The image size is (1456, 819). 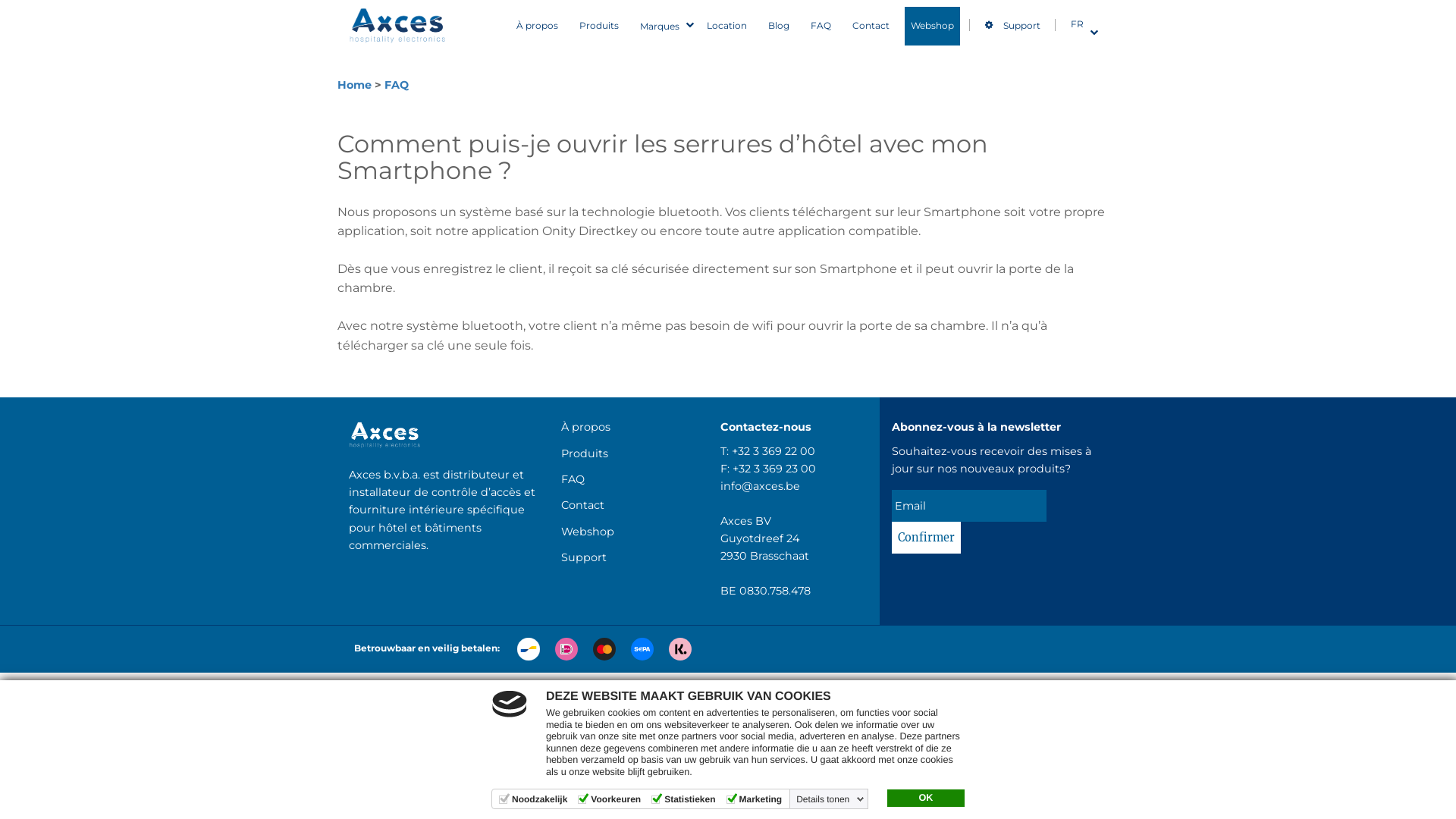 What do you see at coordinates (774, 467) in the screenshot?
I see `'+32 3 369 23 00'` at bounding box center [774, 467].